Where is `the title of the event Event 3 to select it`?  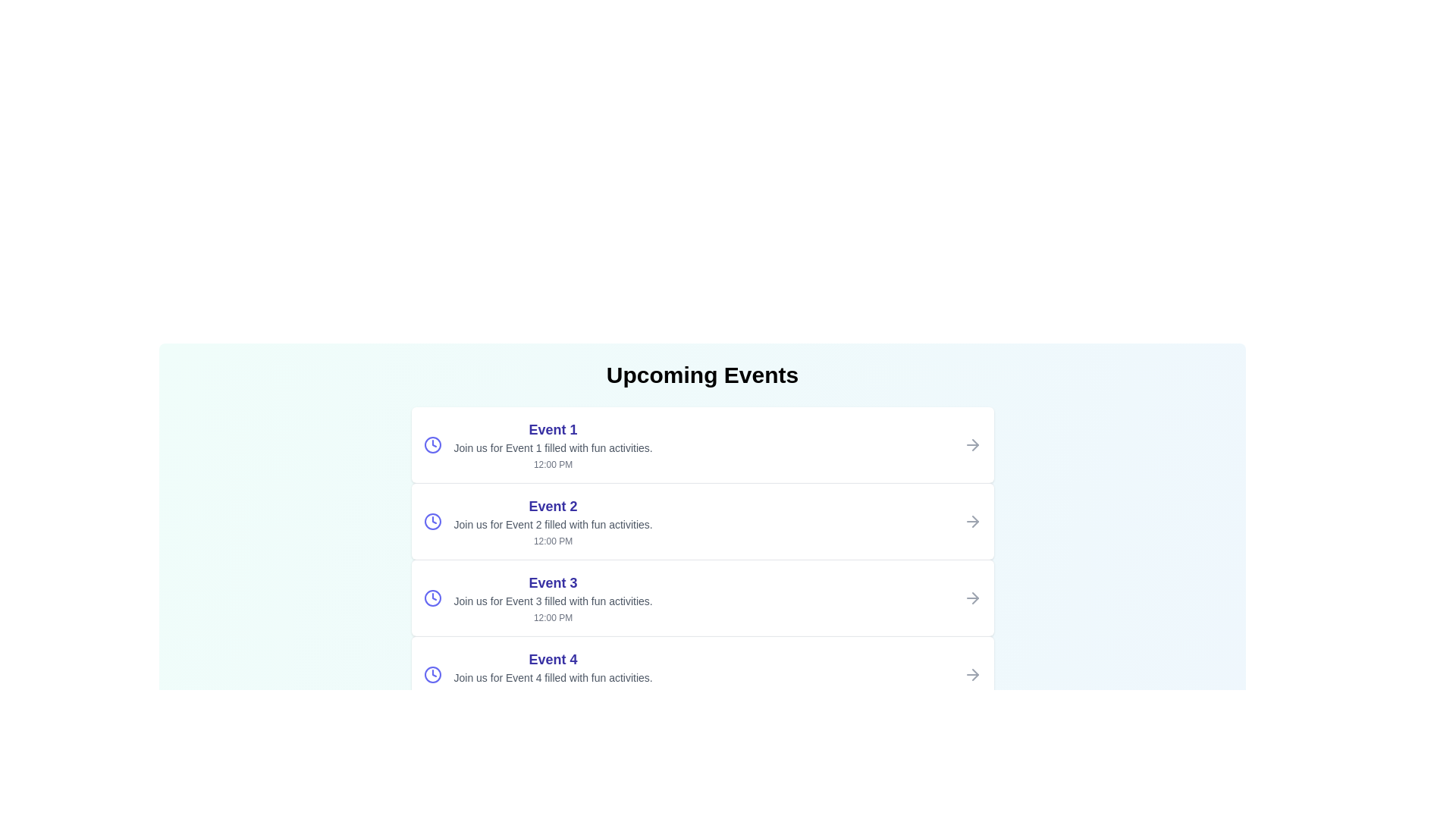
the title of the event Event 3 to select it is located at coordinates (552, 582).